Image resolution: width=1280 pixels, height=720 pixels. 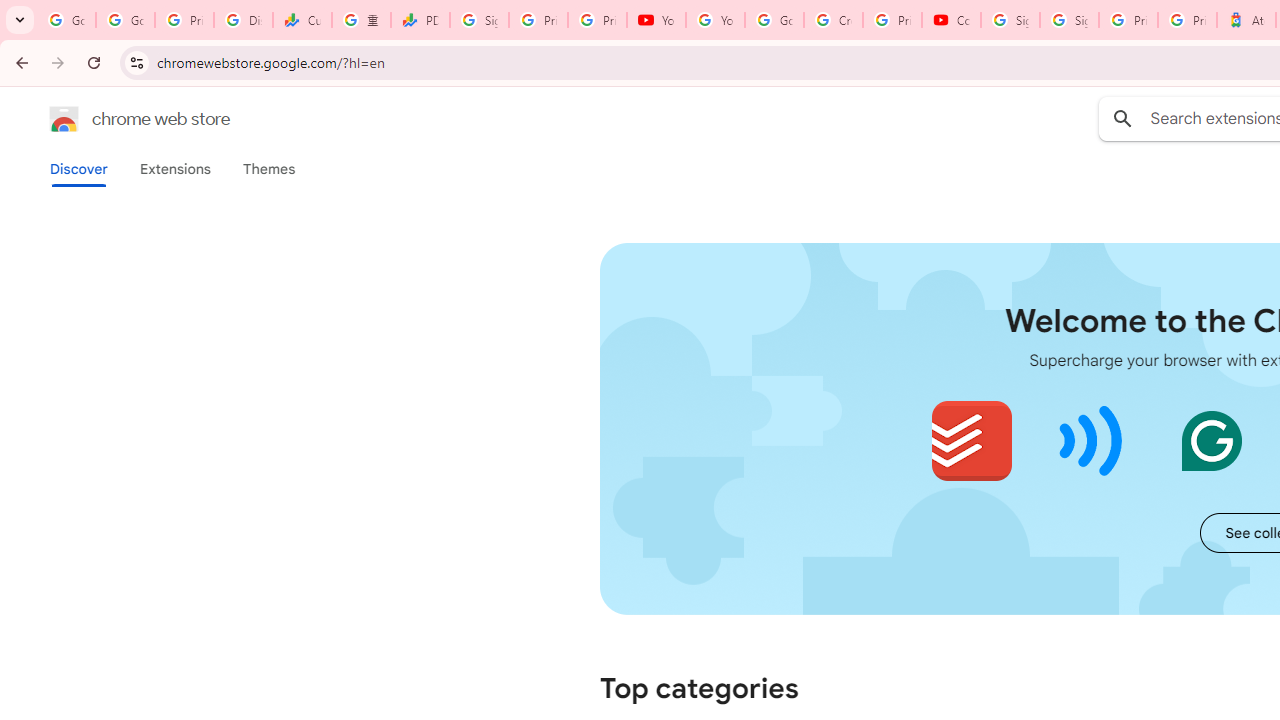 What do you see at coordinates (268, 168) in the screenshot?
I see `'Themes'` at bounding box center [268, 168].